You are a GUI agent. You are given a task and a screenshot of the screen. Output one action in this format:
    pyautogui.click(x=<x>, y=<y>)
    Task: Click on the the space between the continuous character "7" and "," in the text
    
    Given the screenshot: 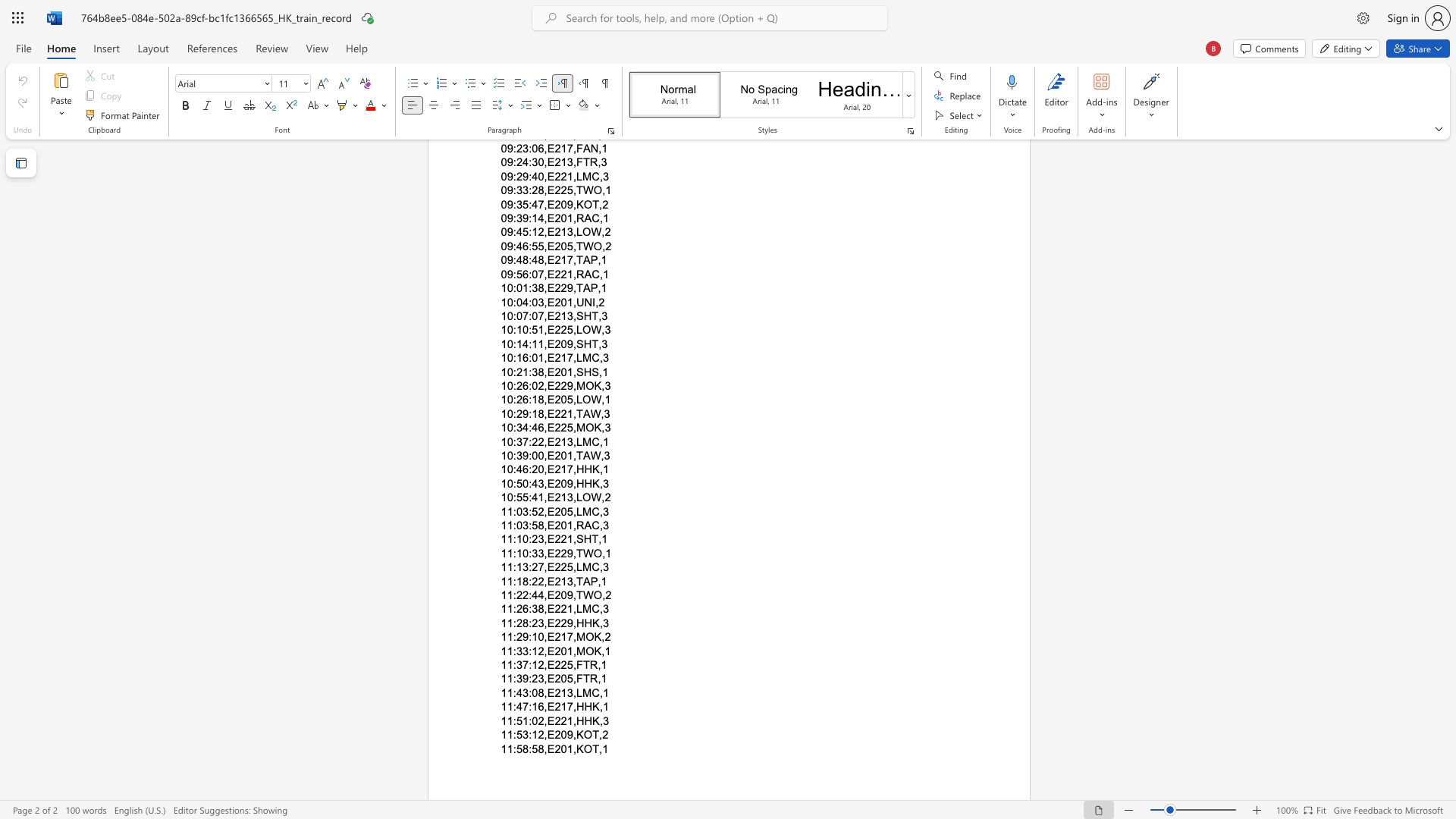 What is the action you would take?
    pyautogui.click(x=571, y=469)
    